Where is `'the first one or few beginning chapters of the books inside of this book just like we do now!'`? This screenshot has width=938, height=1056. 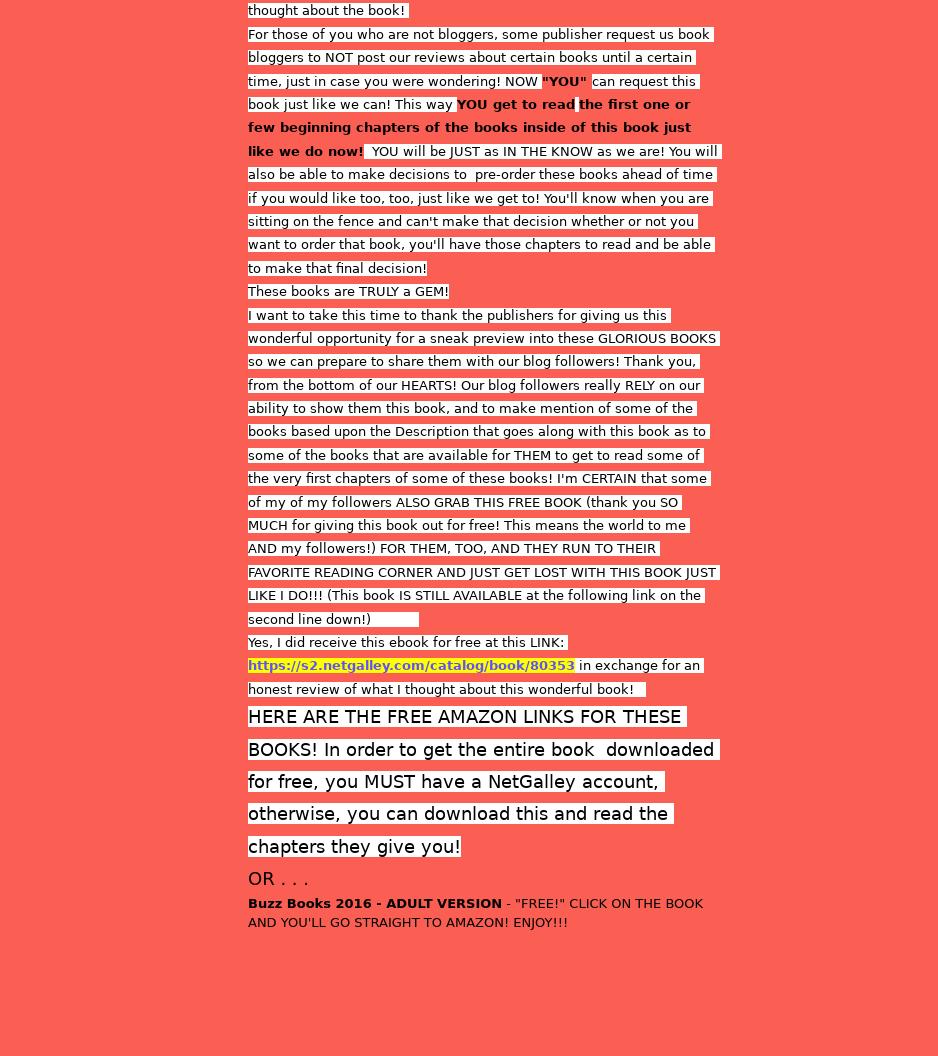 'the first one or few beginning chapters of the books inside of this book just like we do now!' is located at coordinates (472, 126).